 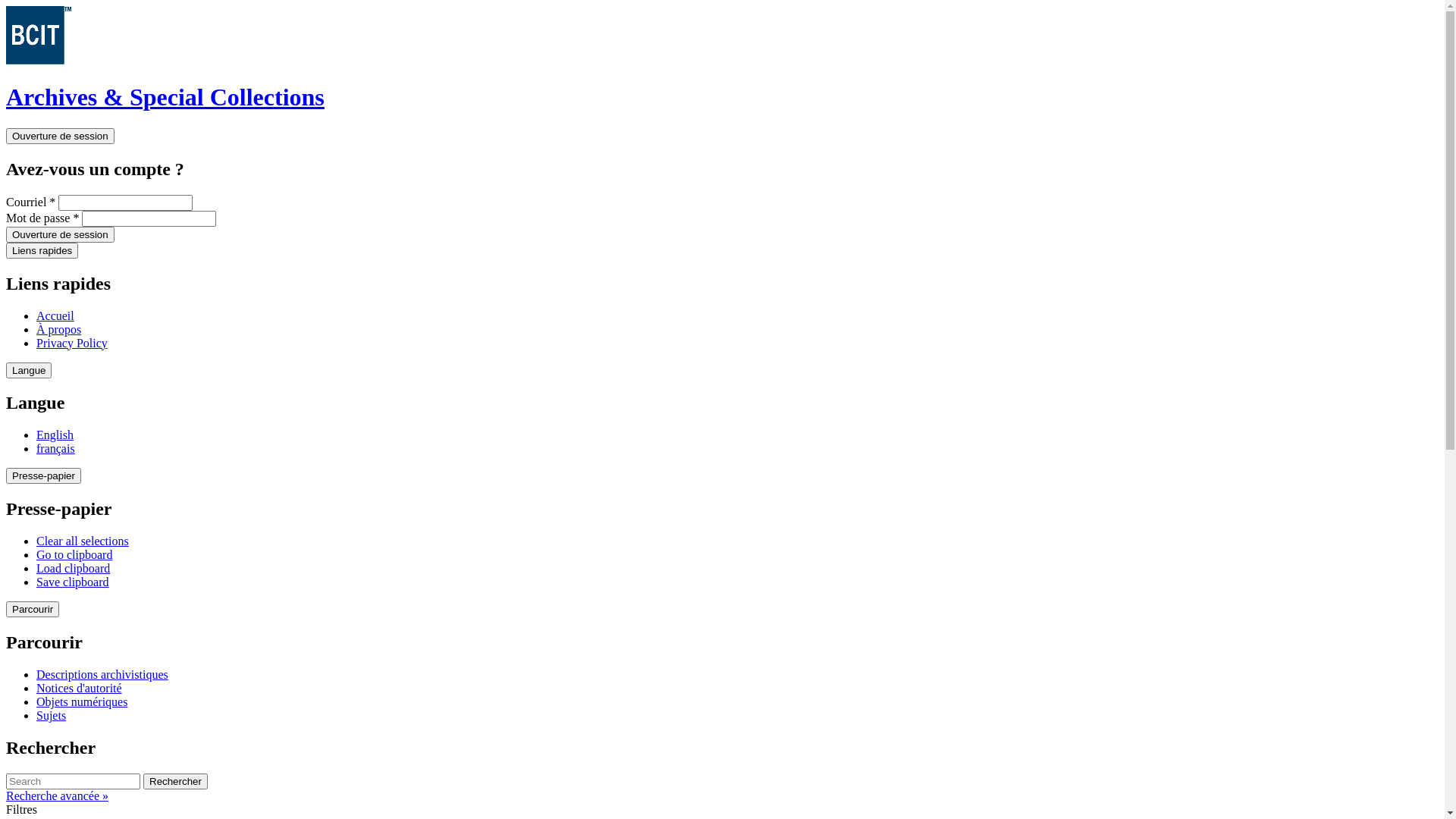 What do you see at coordinates (21, 808) in the screenshot?
I see `'Filtres'` at bounding box center [21, 808].